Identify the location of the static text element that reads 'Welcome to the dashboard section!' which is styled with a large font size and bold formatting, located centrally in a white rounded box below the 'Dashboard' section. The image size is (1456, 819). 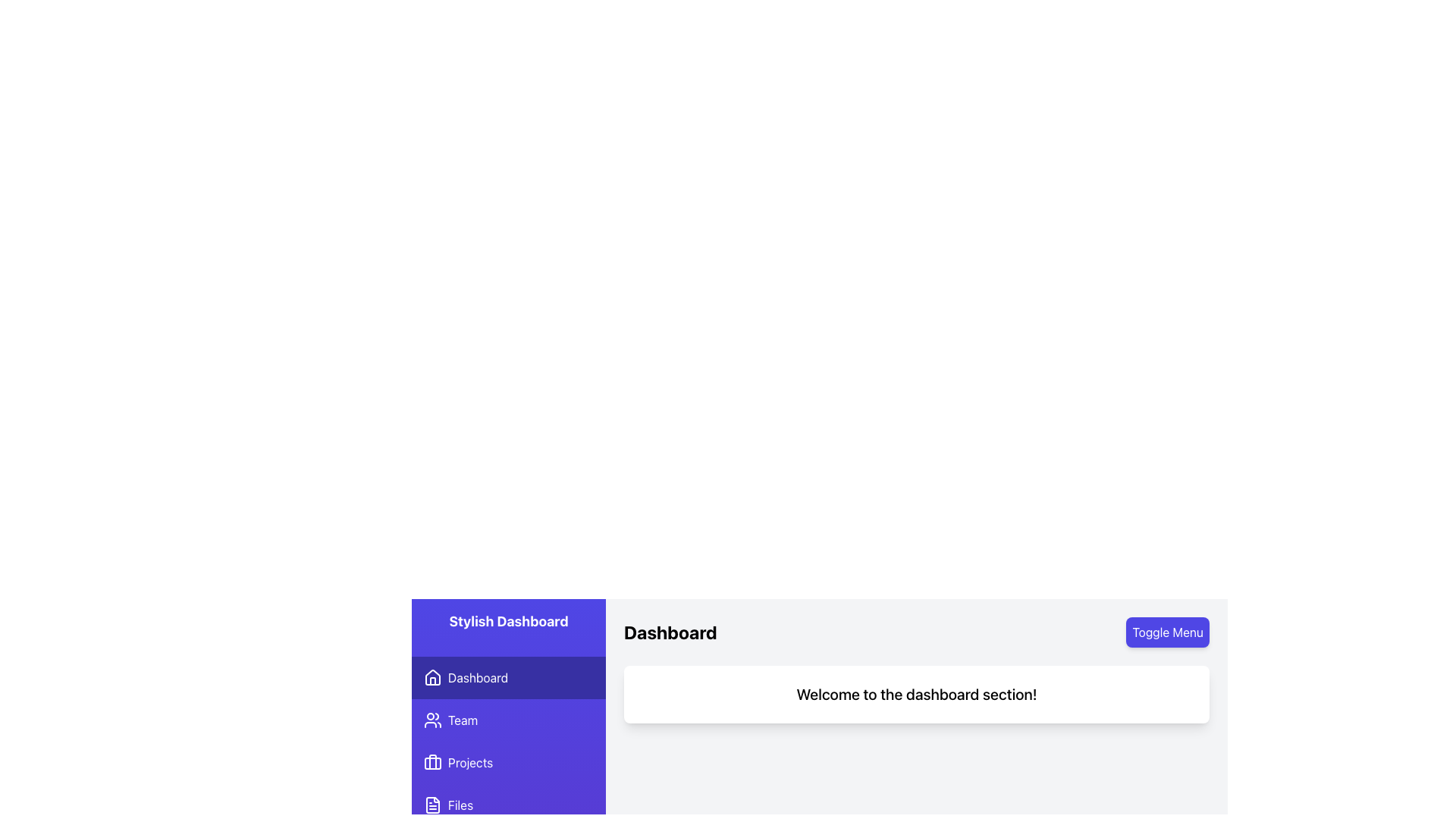
(916, 694).